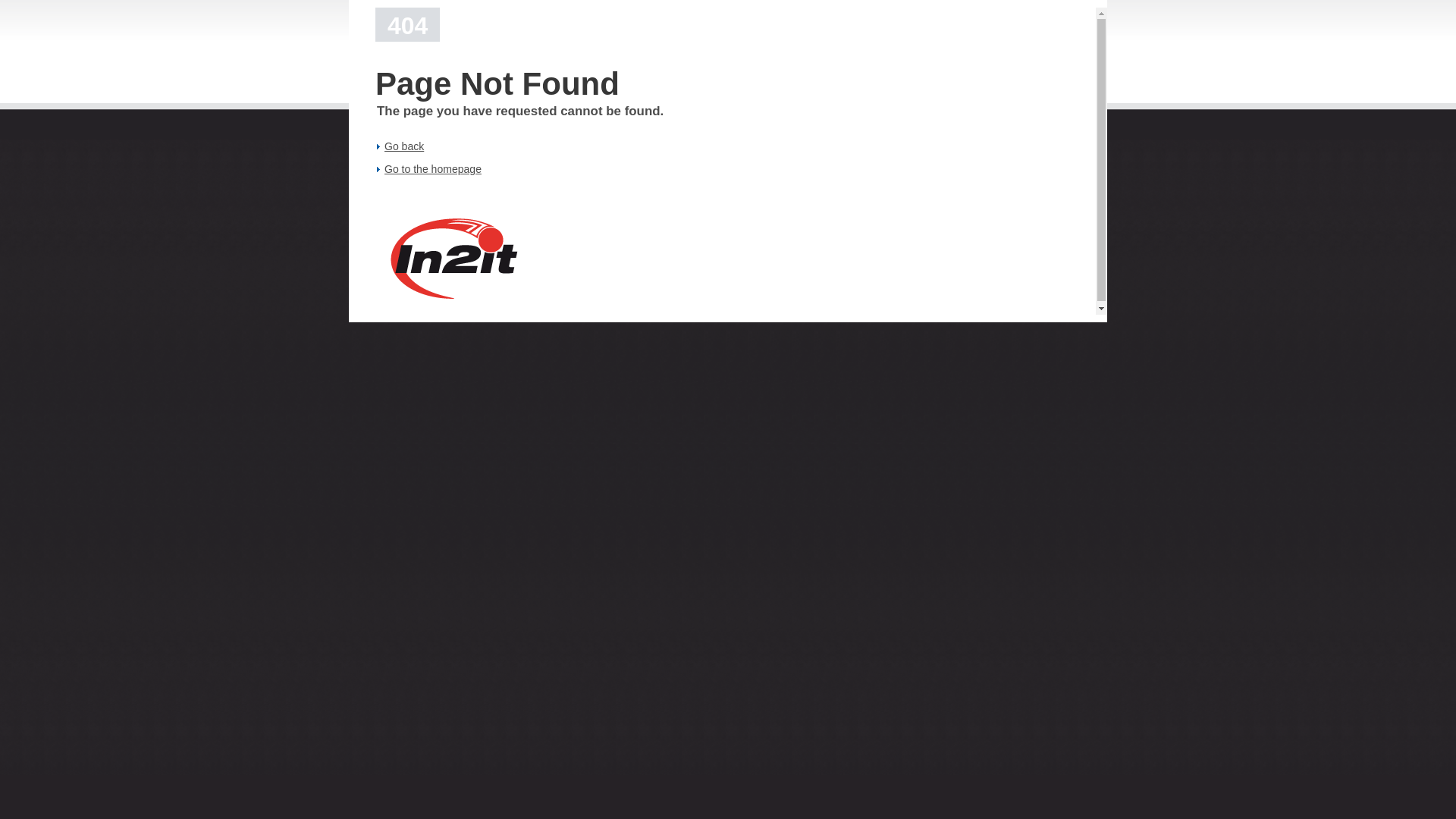 The width and height of the screenshot is (1456, 819). What do you see at coordinates (403, 146) in the screenshot?
I see `'Go back'` at bounding box center [403, 146].